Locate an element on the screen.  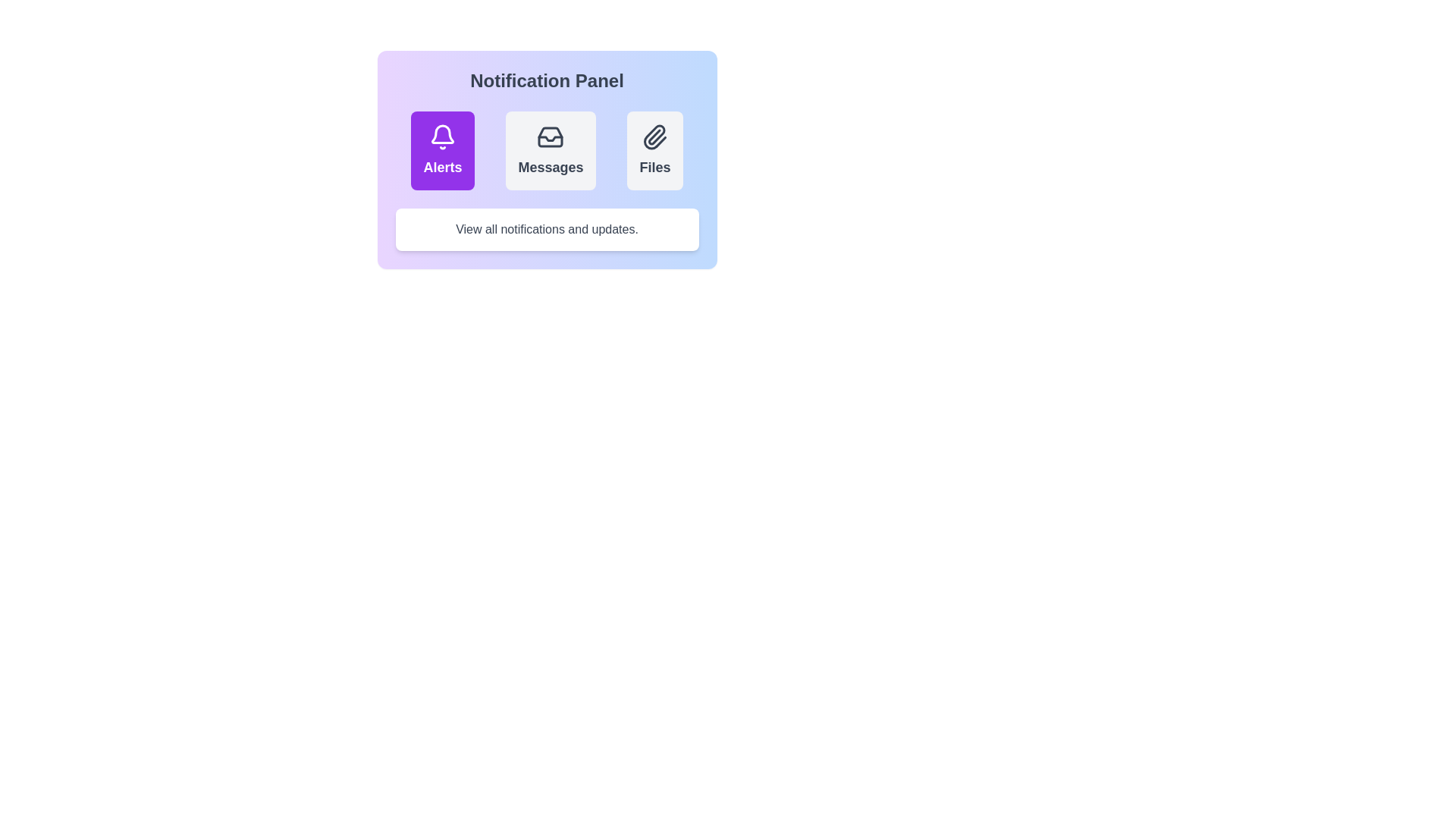
the notification category Messages by clicking on its button is located at coordinates (550, 151).